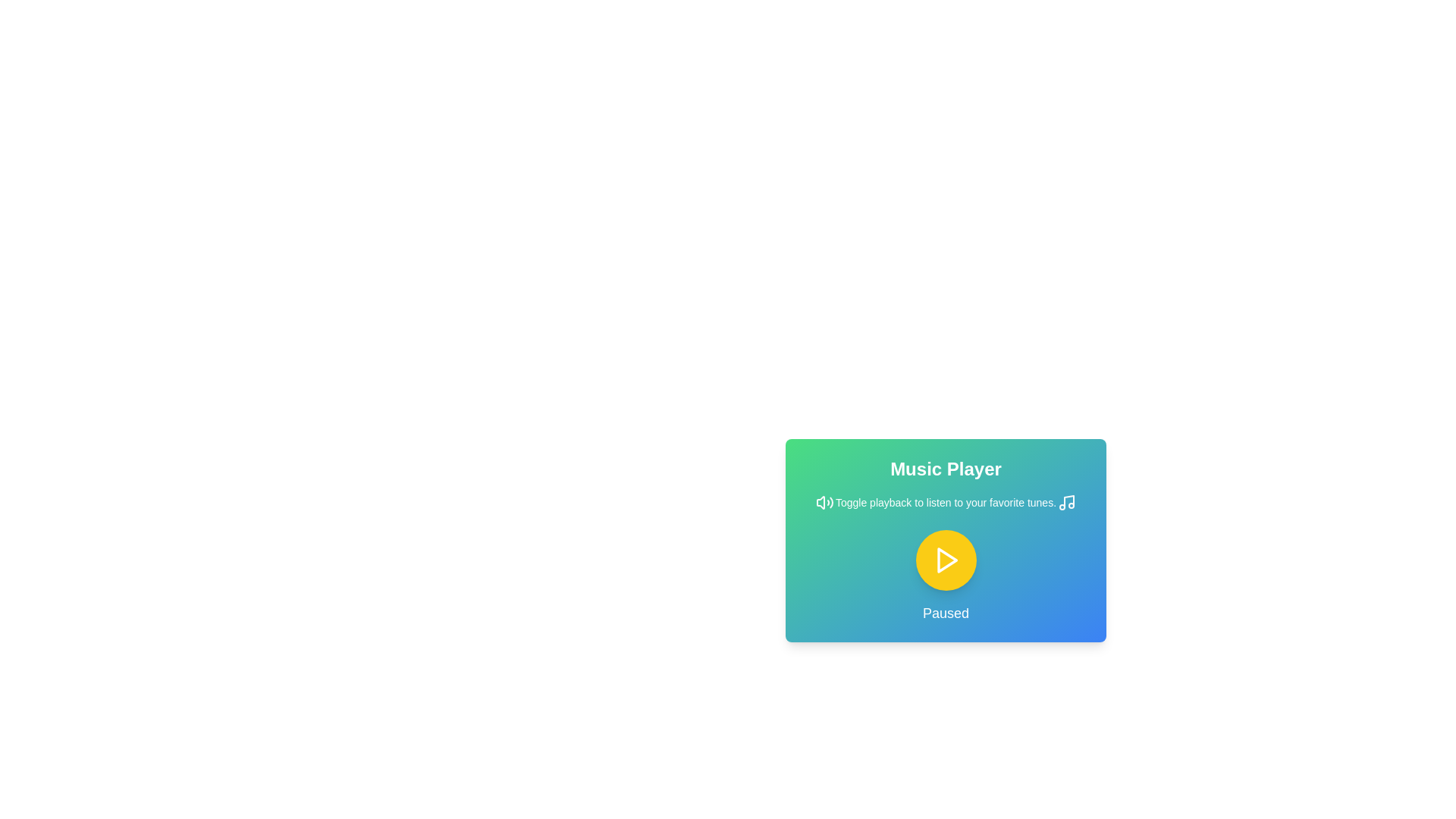 The height and width of the screenshot is (819, 1456). What do you see at coordinates (945, 560) in the screenshot?
I see `the play button icon located within a circular button at the bottom part of the interface` at bounding box center [945, 560].